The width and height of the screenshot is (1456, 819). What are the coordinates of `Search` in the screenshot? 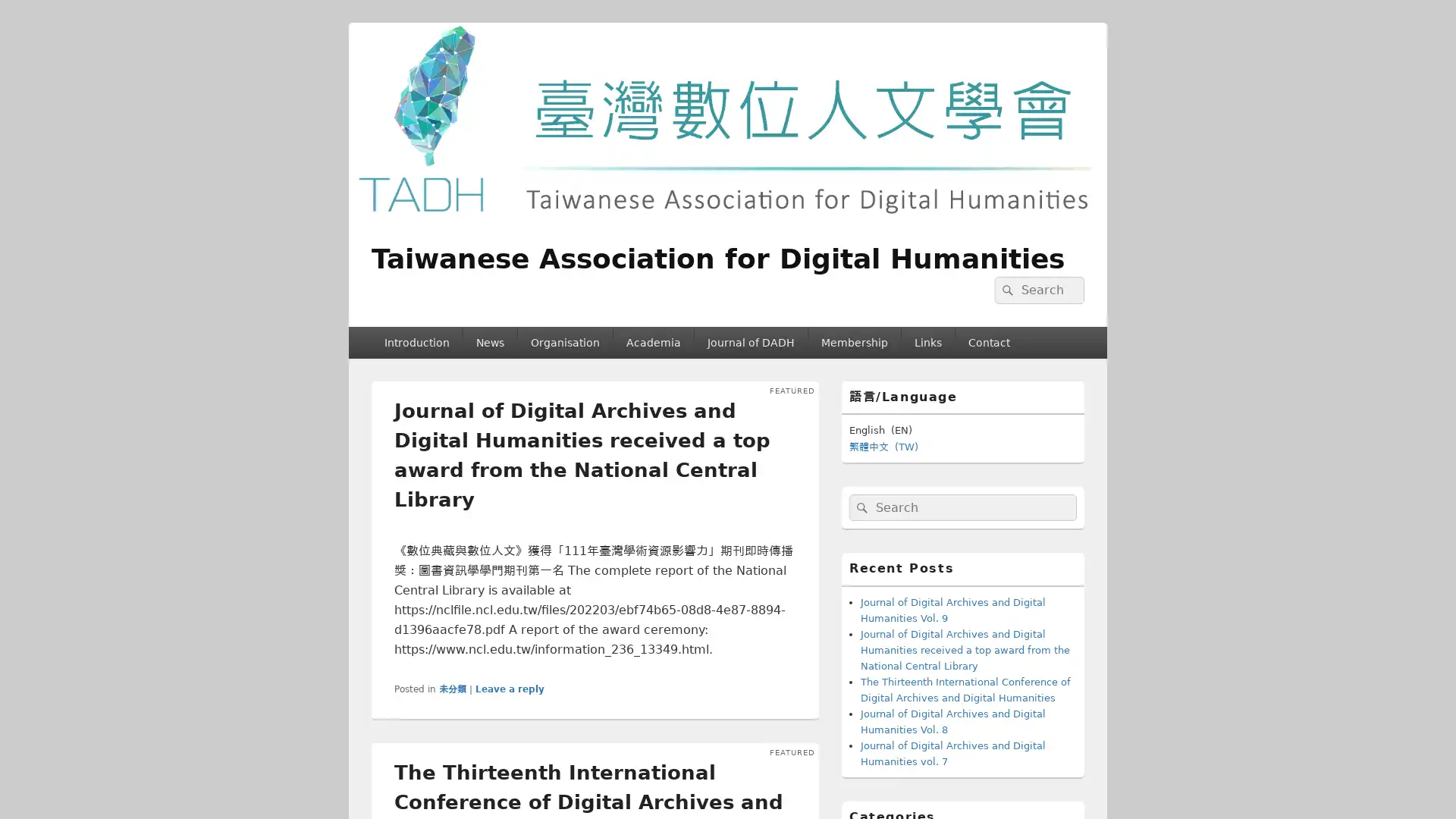 It's located at (860, 507).